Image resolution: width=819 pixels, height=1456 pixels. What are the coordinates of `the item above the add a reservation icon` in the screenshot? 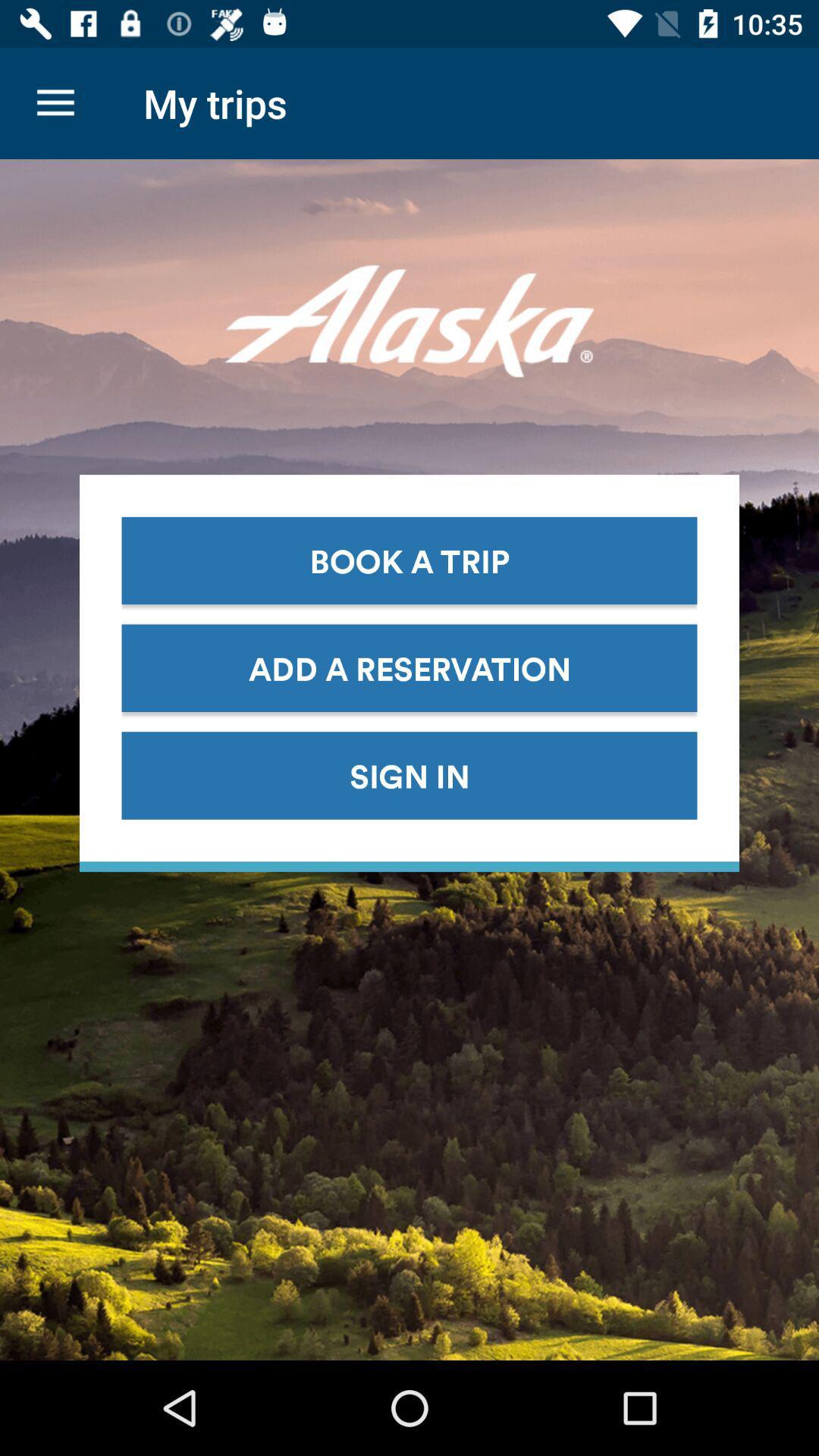 It's located at (409, 560).